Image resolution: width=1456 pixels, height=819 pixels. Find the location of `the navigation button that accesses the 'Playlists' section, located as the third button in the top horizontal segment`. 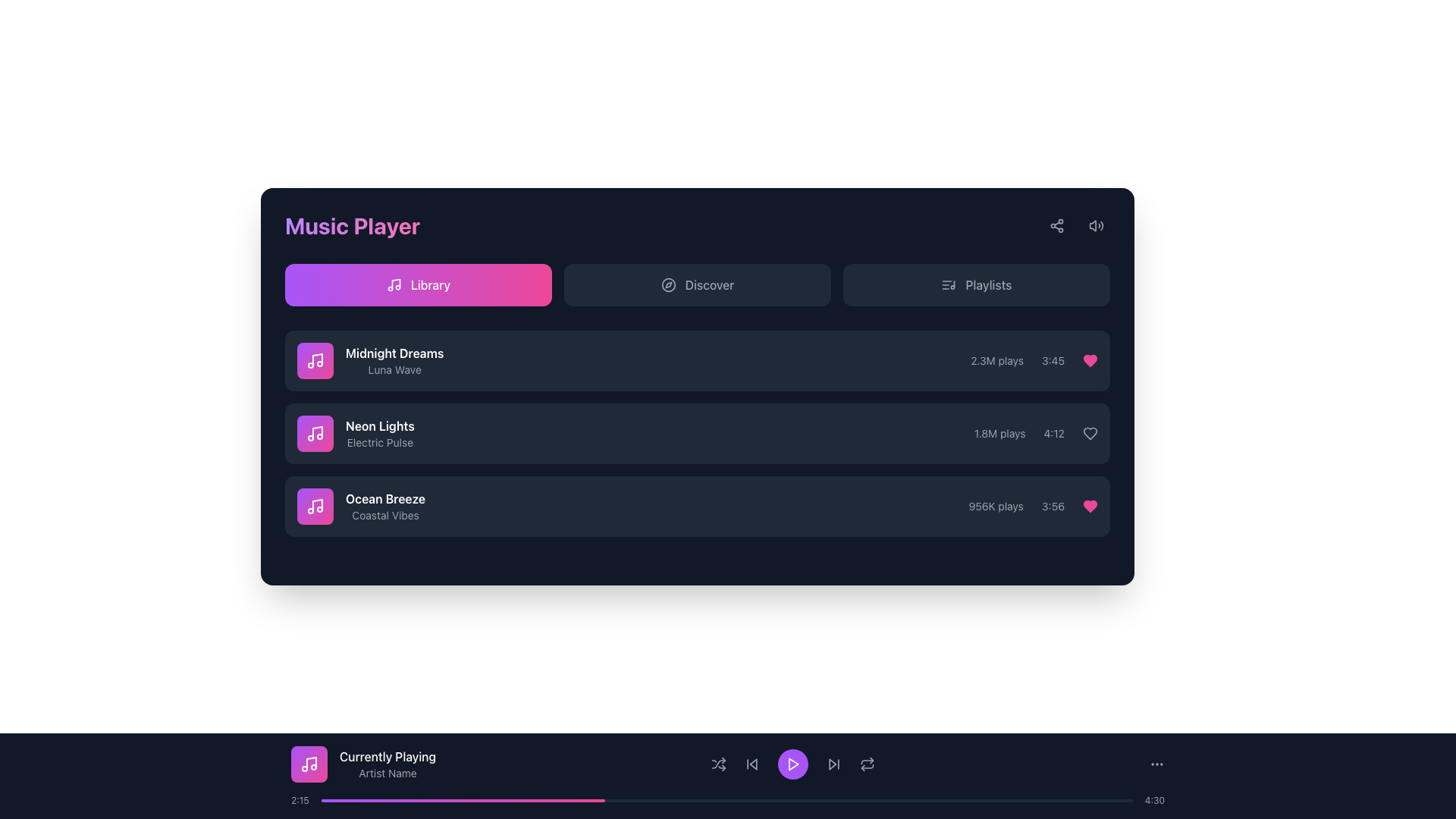

the navigation button that accesses the 'Playlists' section, located as the third button in the top horizontal segment is located at coordinates (976, 284).